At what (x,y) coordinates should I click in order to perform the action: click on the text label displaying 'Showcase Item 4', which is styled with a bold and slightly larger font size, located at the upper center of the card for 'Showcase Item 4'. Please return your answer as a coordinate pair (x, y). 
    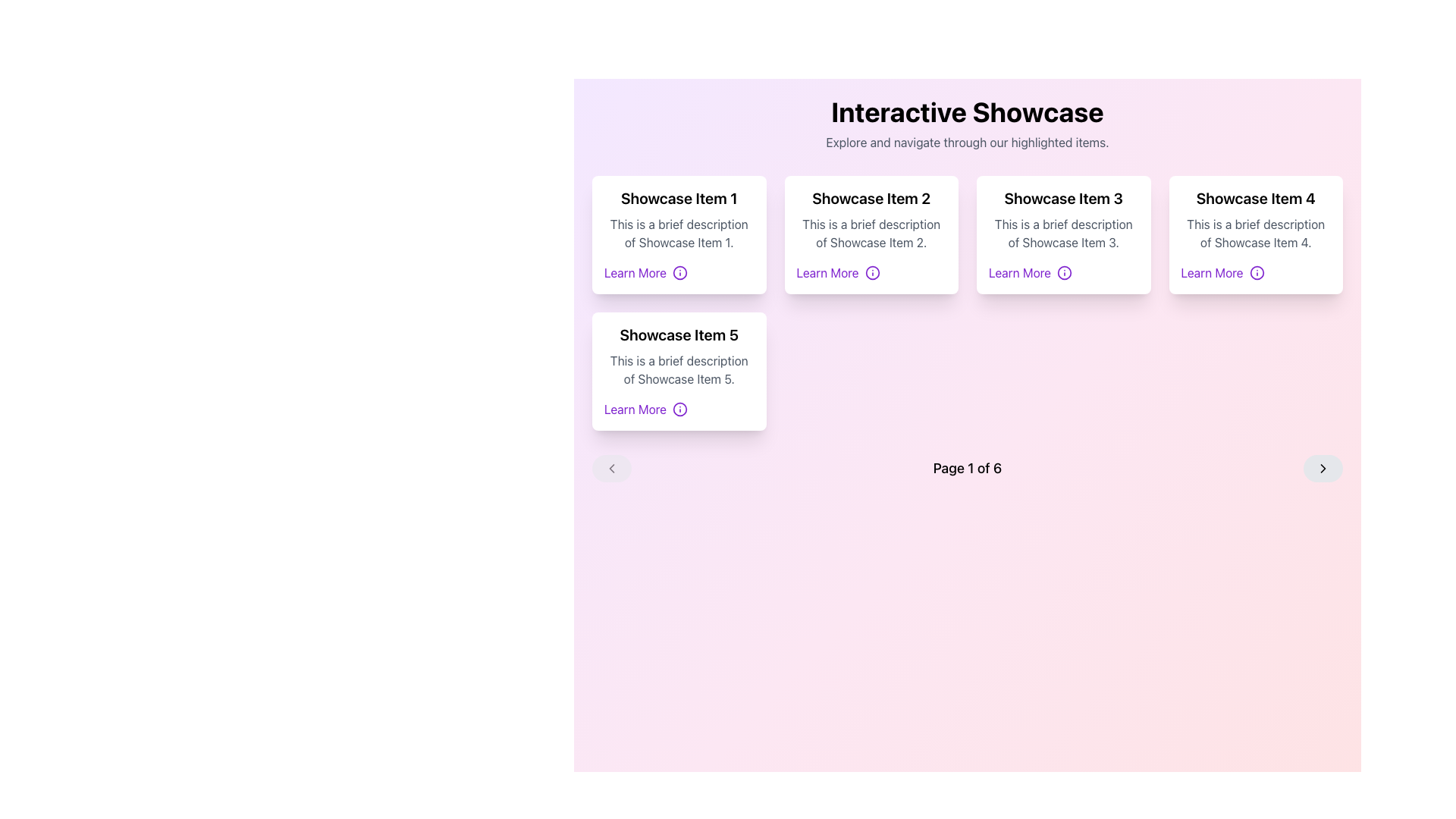
    Looking at the image, I should click on (1256, 198).